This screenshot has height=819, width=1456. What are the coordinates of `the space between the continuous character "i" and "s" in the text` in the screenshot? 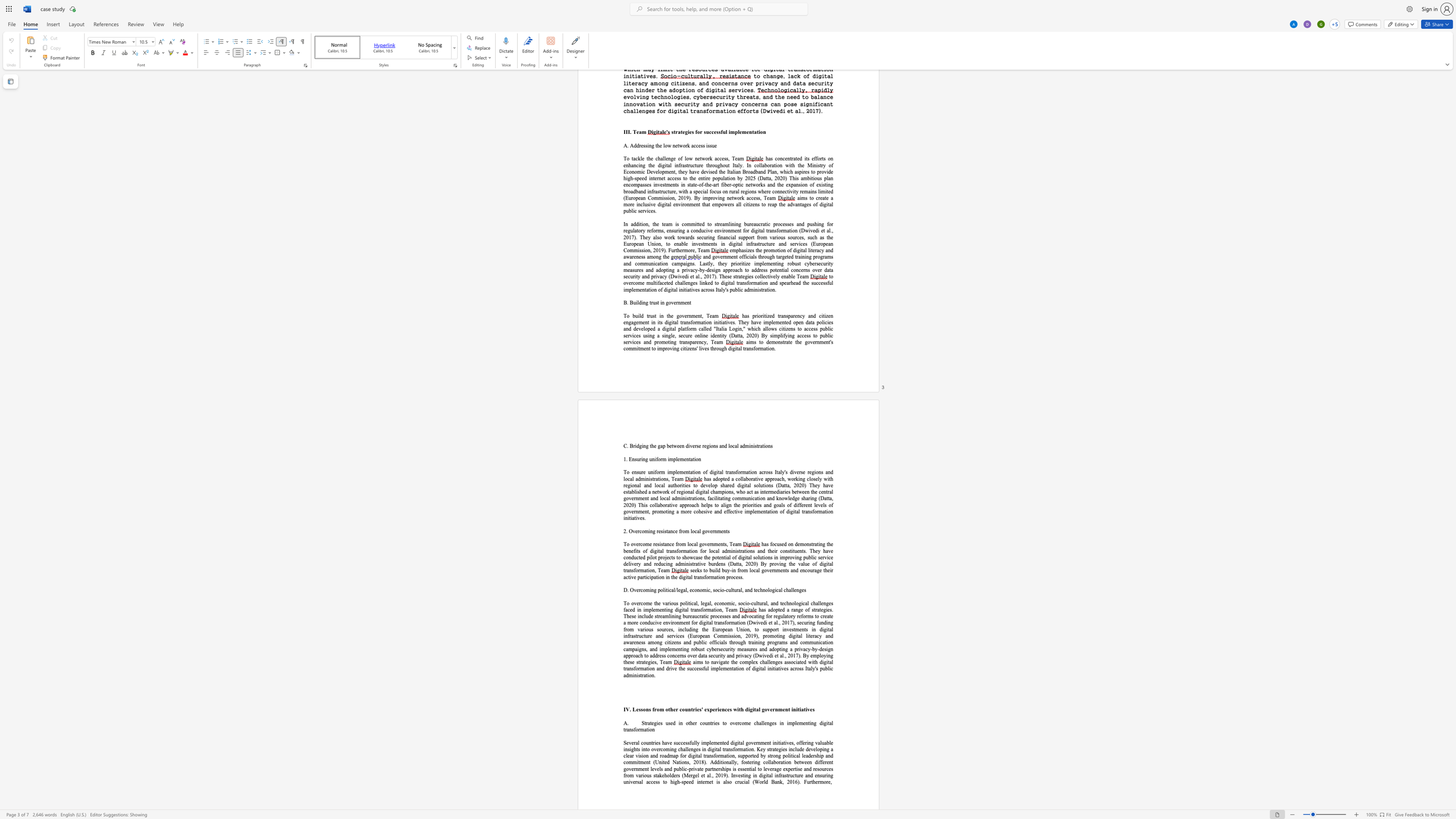 It's located at (664, 531).